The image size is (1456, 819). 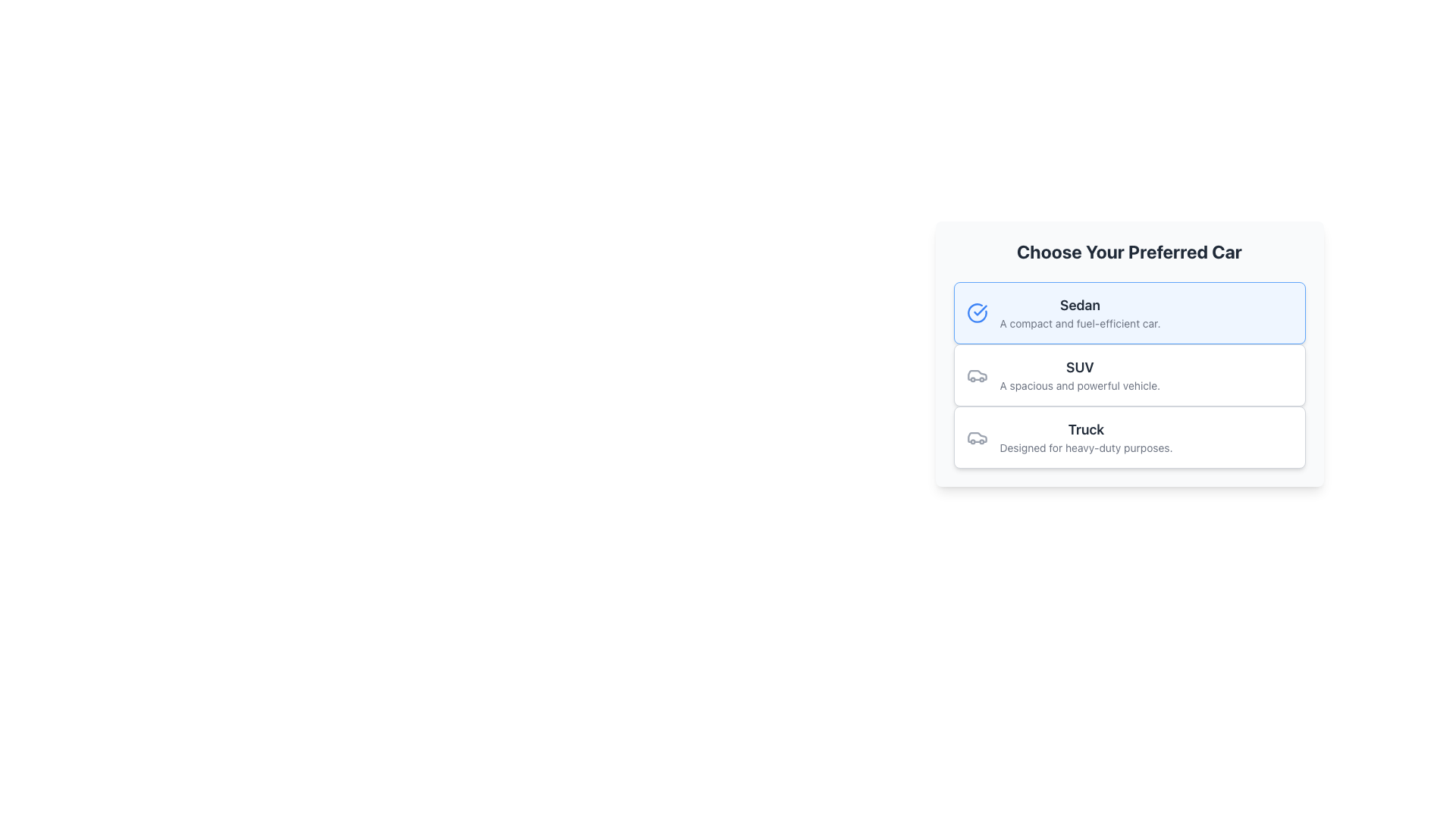 What do you see at coordinates (1079, 385) in the screenshot?
I see `the descriptive Text Label providing information about the 'SUV' option, located below its title in the SUV section` at bounding box center [1079, 385].